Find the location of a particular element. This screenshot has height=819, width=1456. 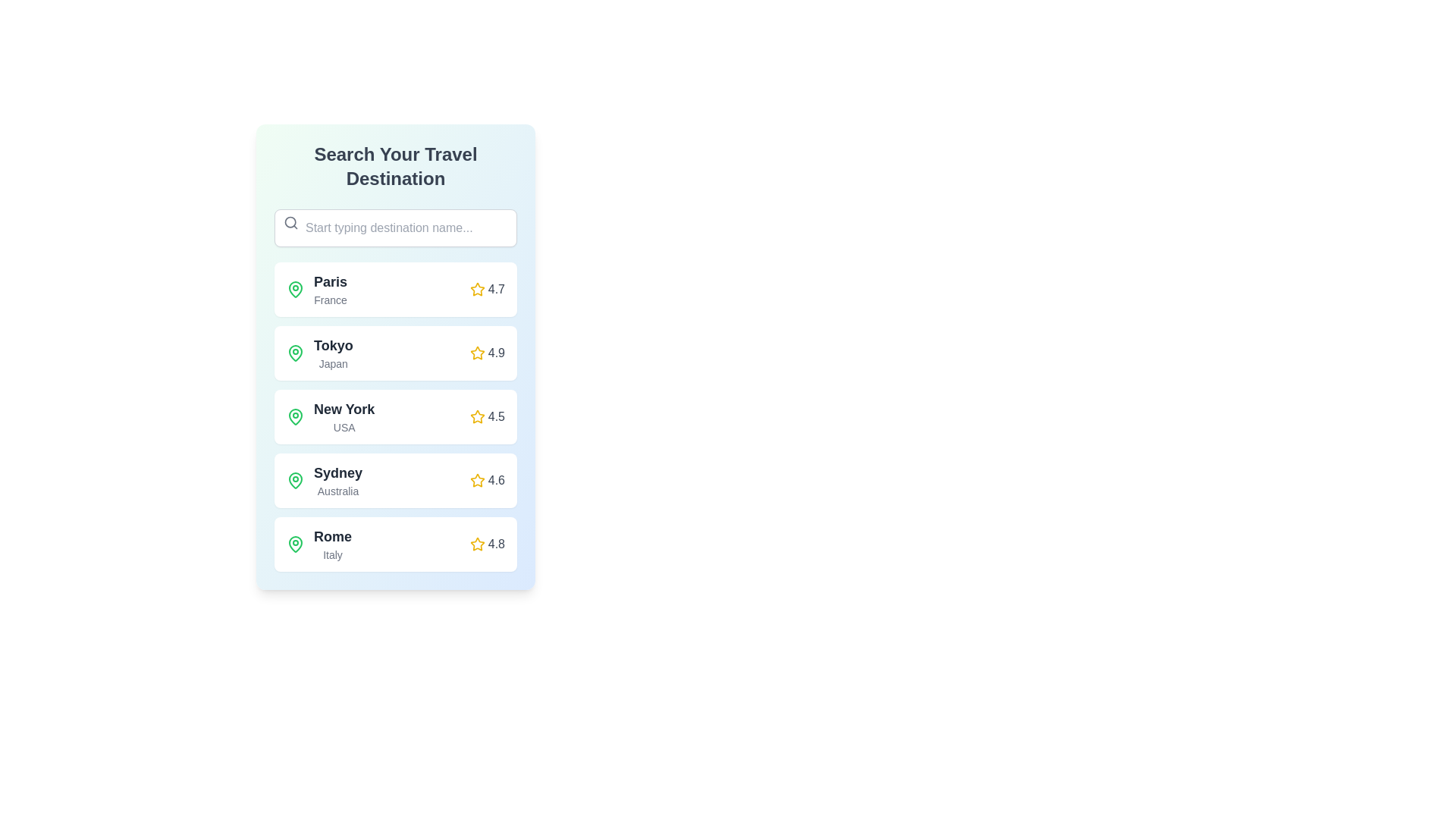

the text block that provides information about the travel destination, located to the right of the green pin icon in the first item of the vertical list of destinations is located at coordinates (330, 289).